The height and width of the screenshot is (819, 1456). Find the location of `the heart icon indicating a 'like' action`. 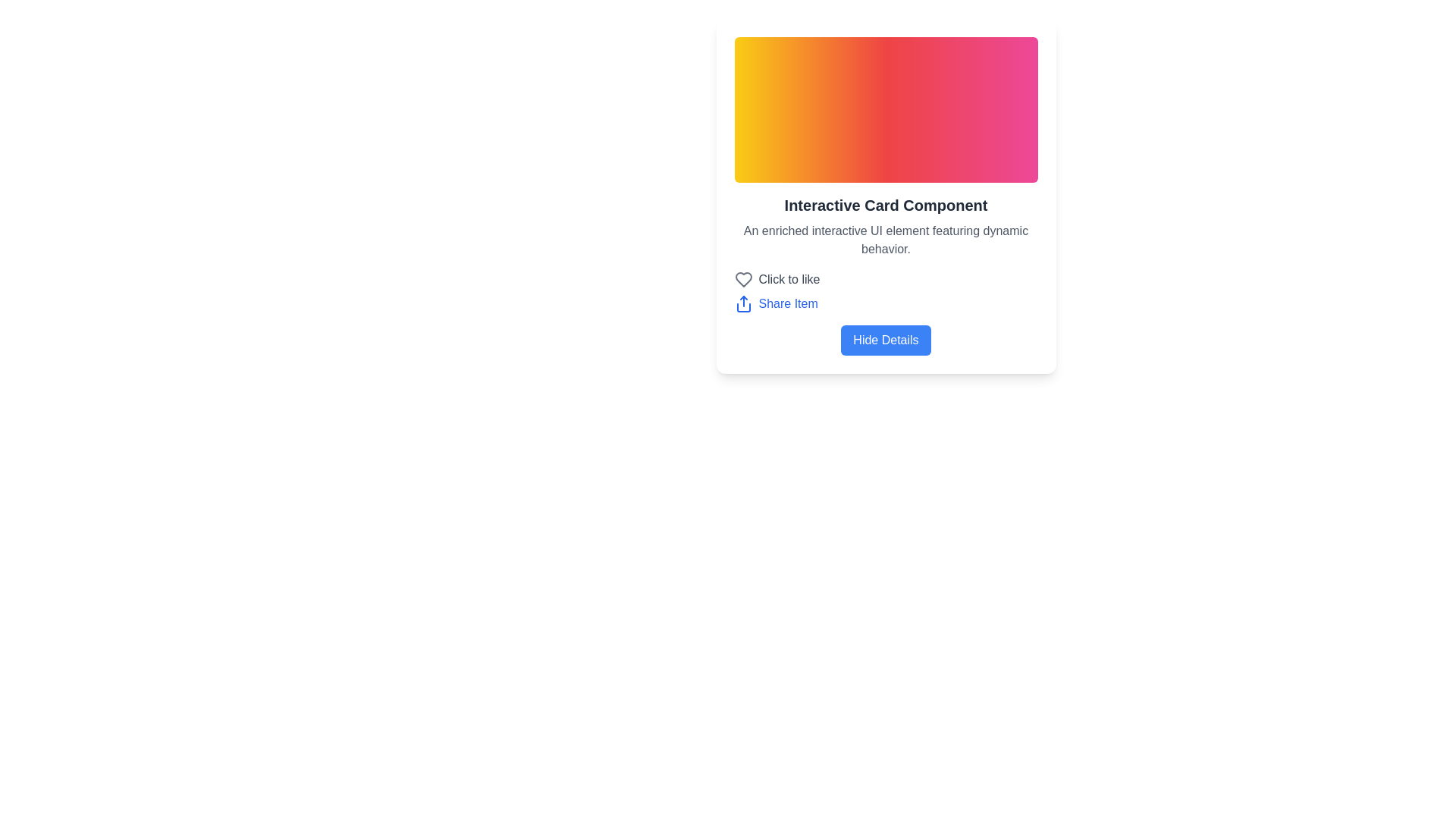

the heart icon indicating a 'like' action is located at coordinates (743, 280).